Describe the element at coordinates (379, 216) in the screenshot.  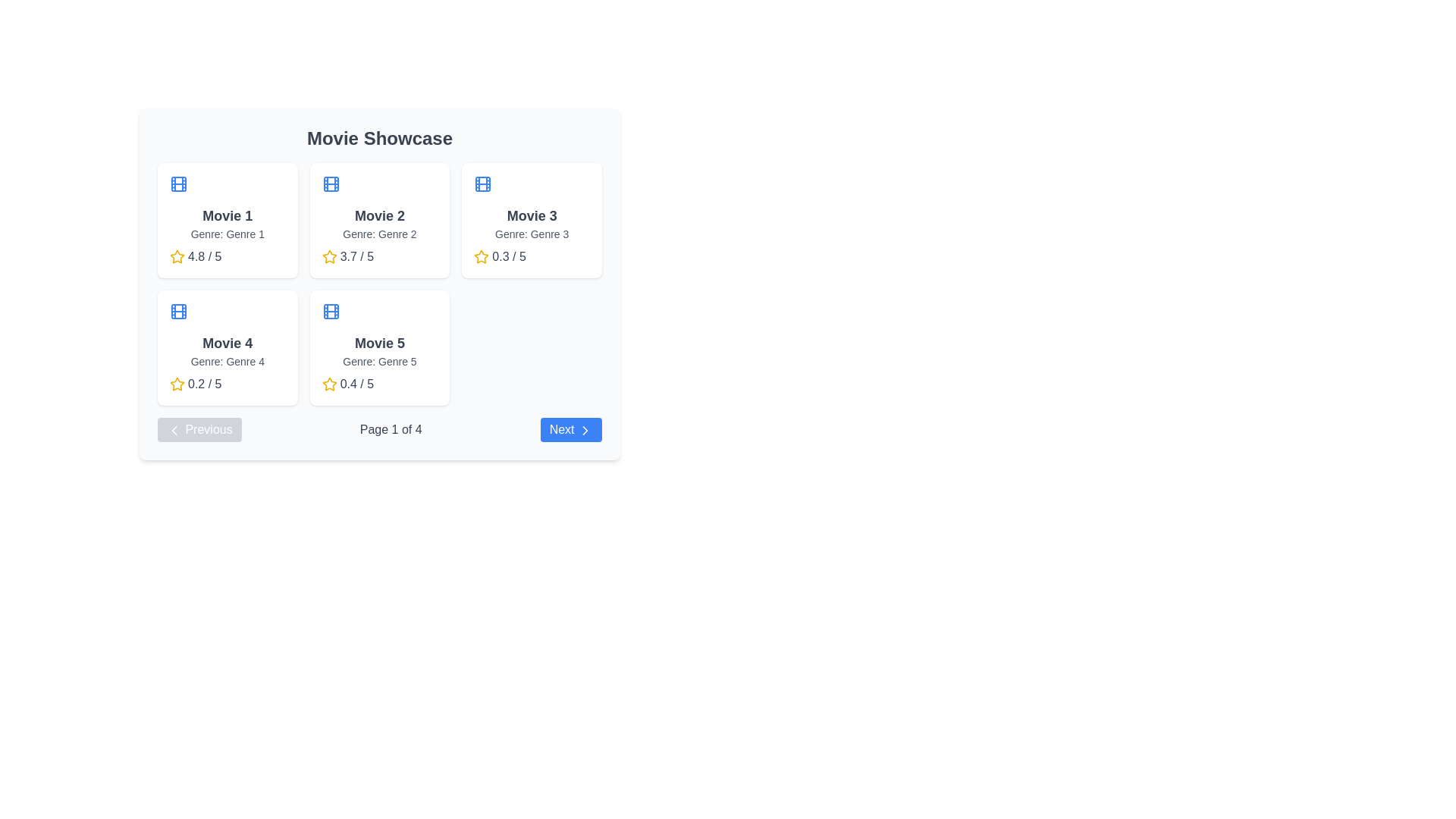
I see `text label styled as a heading with the content 'Movie 2', located in the second column of the first row within a card-like section of a grid layout` at that location.